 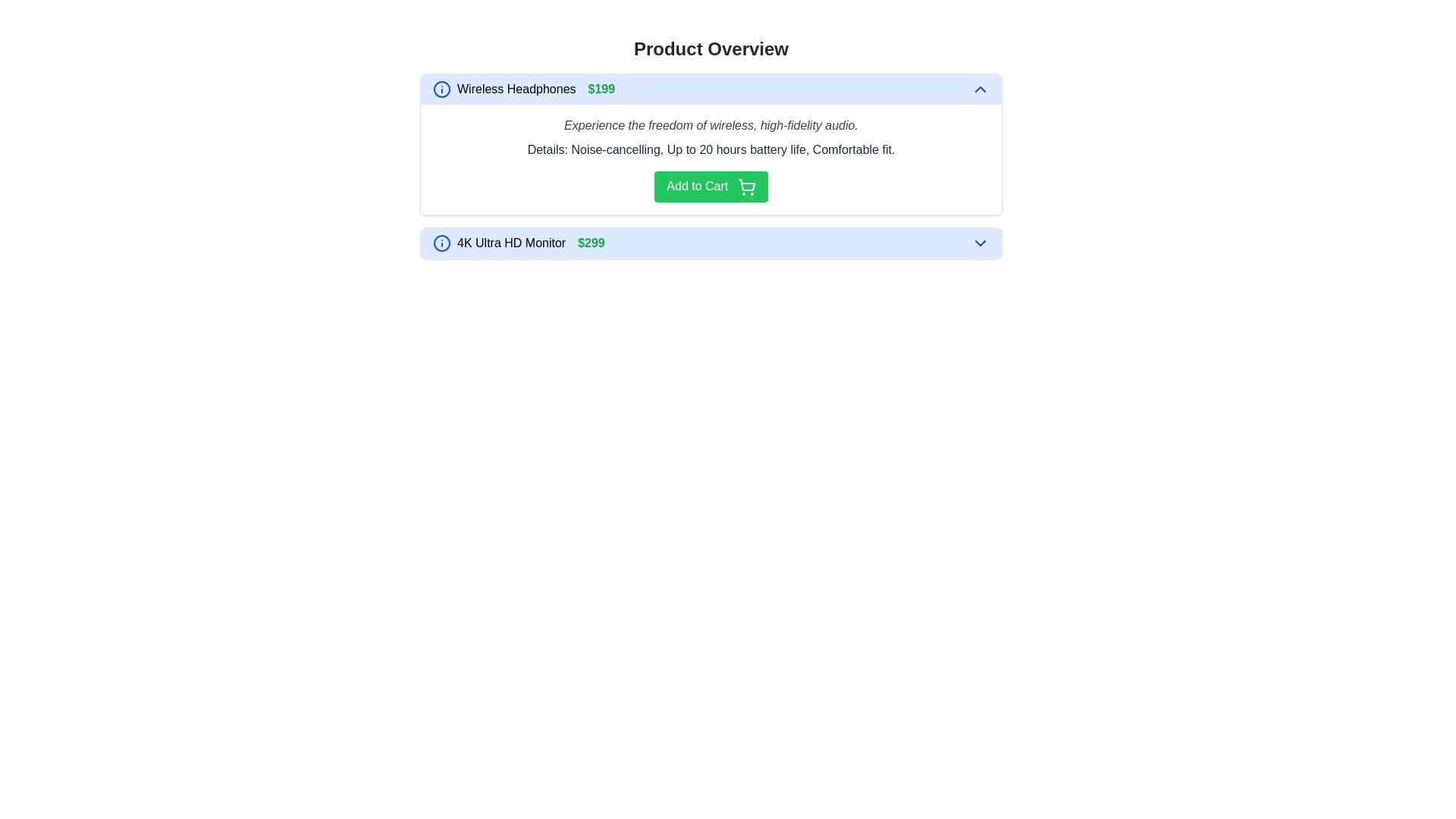 I want to click on the details of the 'Wireless Headphones' product information card using the keyboard, focusing on the green 'Add to Cart' button prominently displayed in the center, so click(x=710, y=166).